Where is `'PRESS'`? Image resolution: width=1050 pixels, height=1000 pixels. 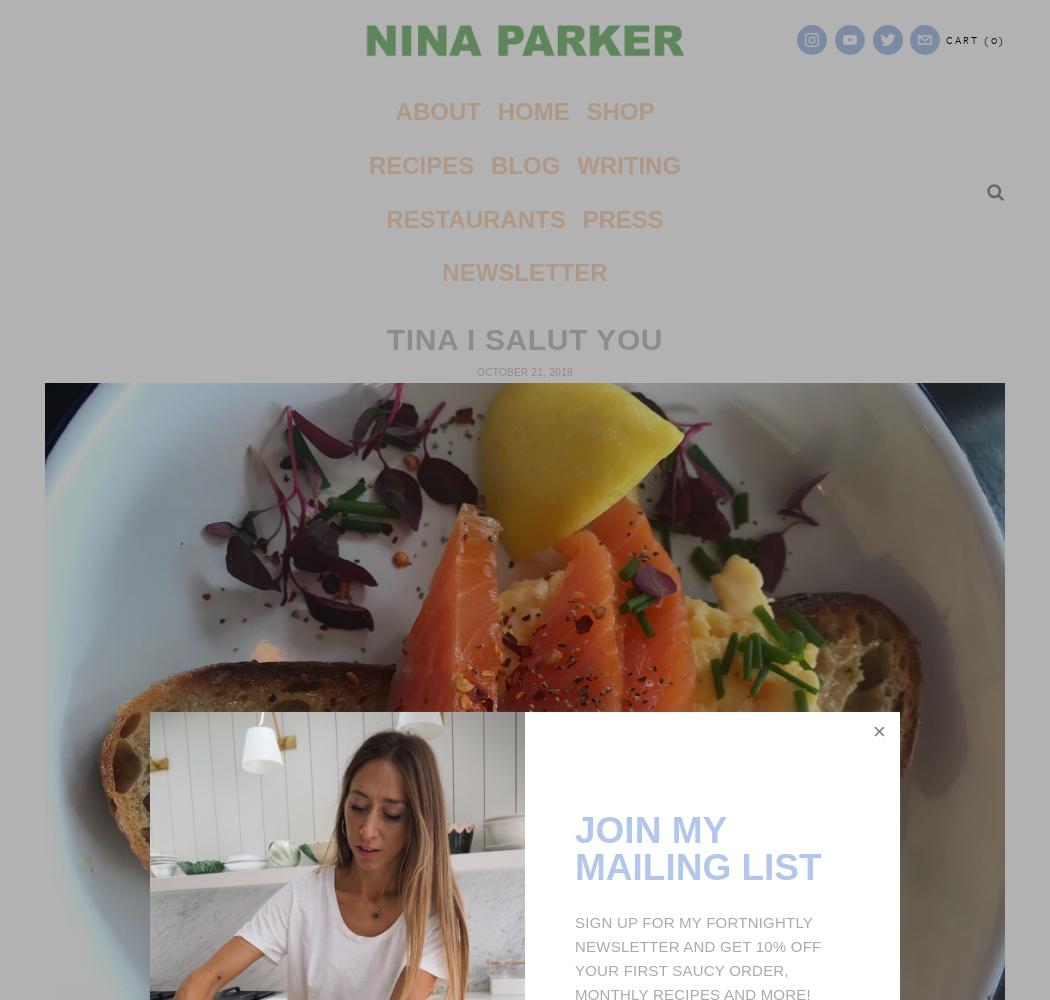
'PRESS' is located at coordinates (622, 217).